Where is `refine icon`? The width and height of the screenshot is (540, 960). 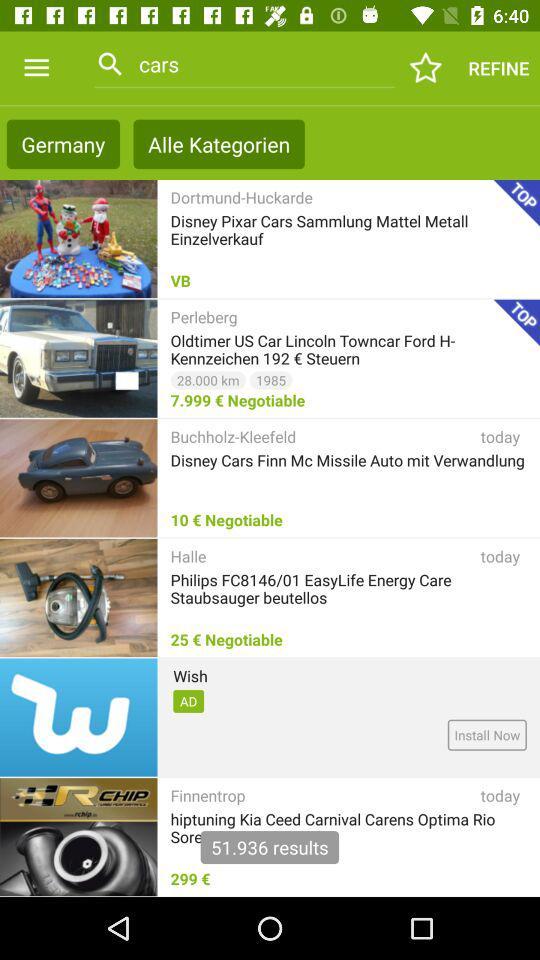
refine icon is located at coordinates (497, 68).